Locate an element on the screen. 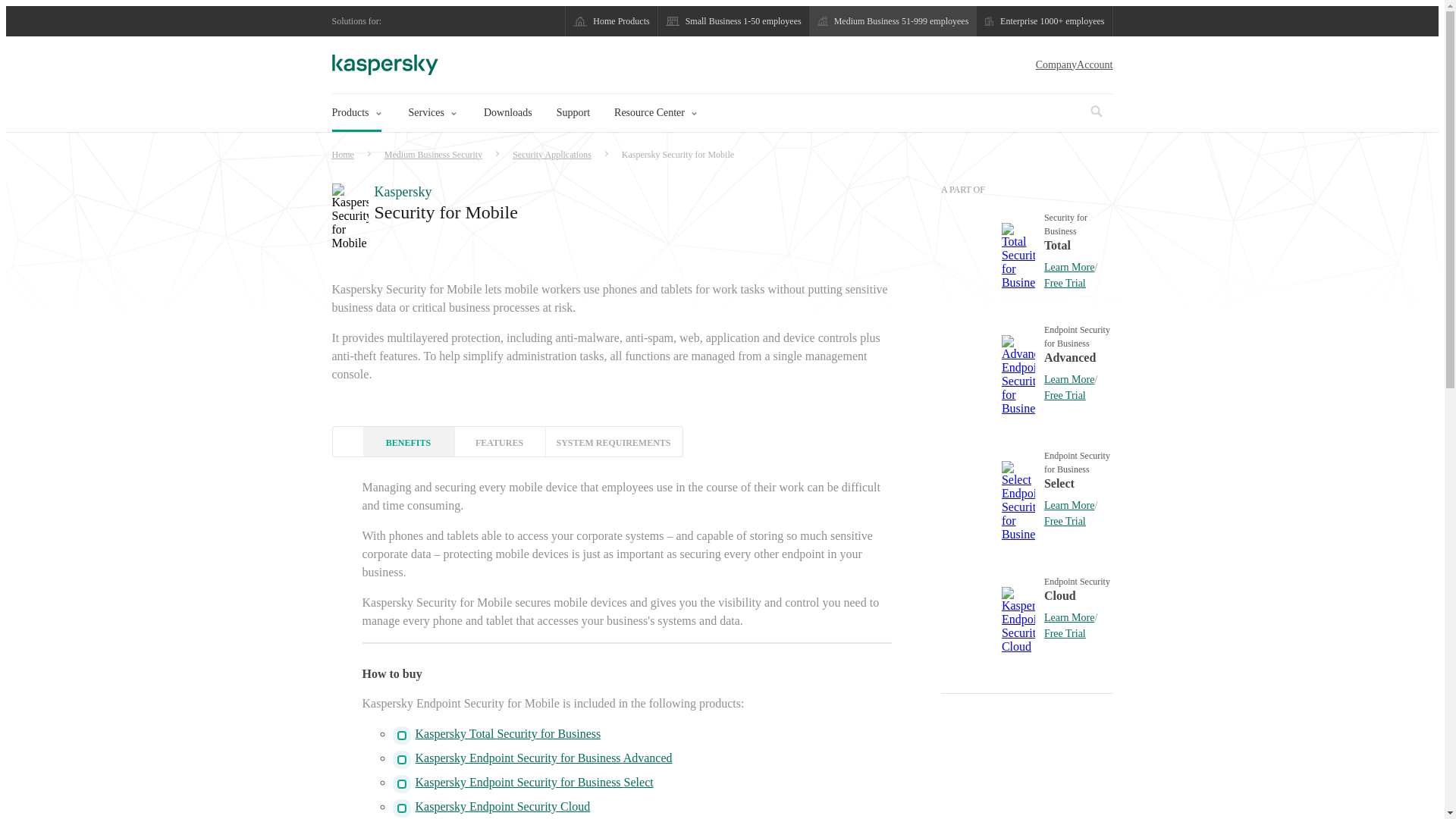 This screenshot has height=819, width=1456. 'Products' is located at coordinates (356, 112).